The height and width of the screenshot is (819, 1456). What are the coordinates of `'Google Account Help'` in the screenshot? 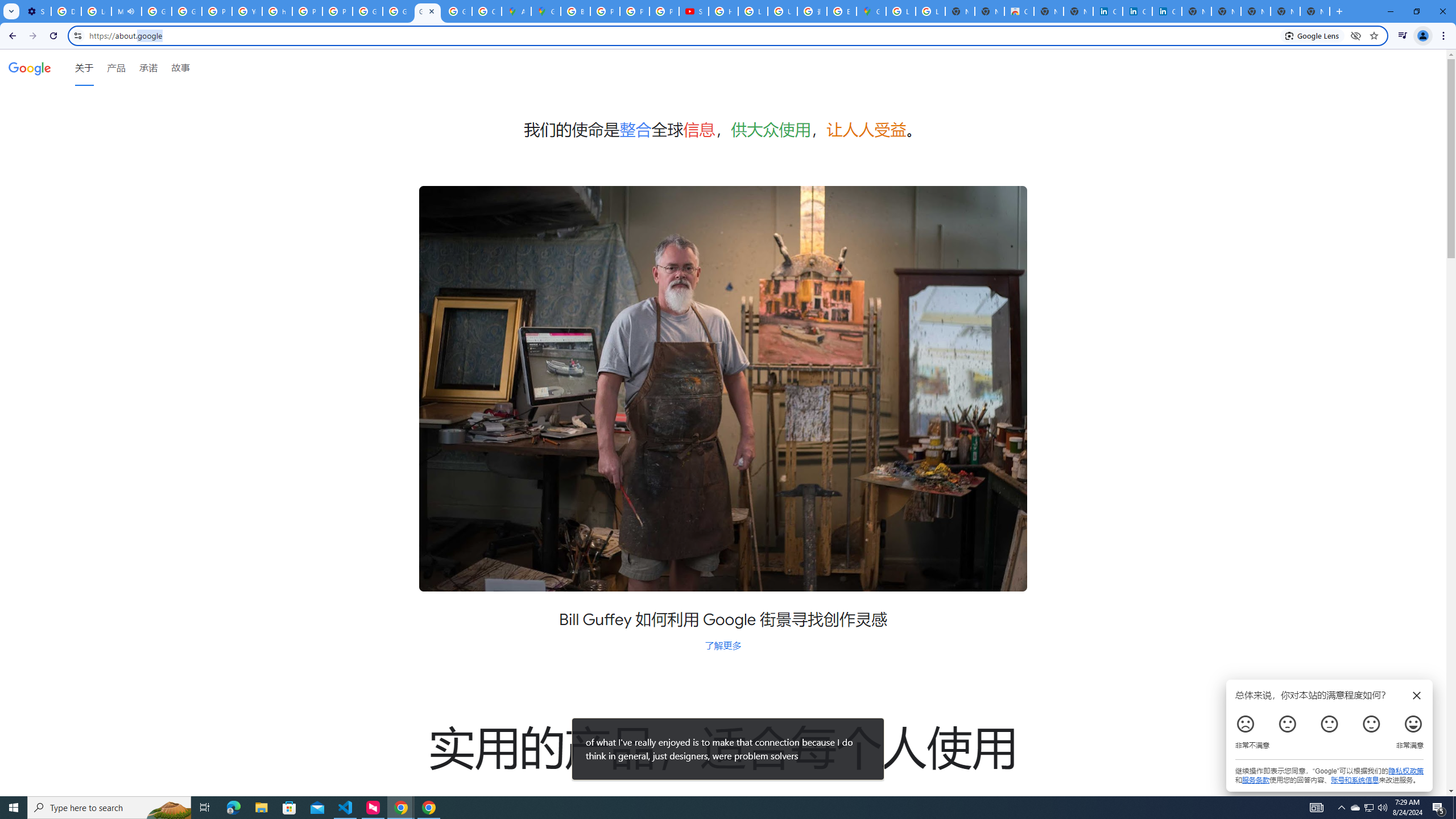 It's located at (156, 11).